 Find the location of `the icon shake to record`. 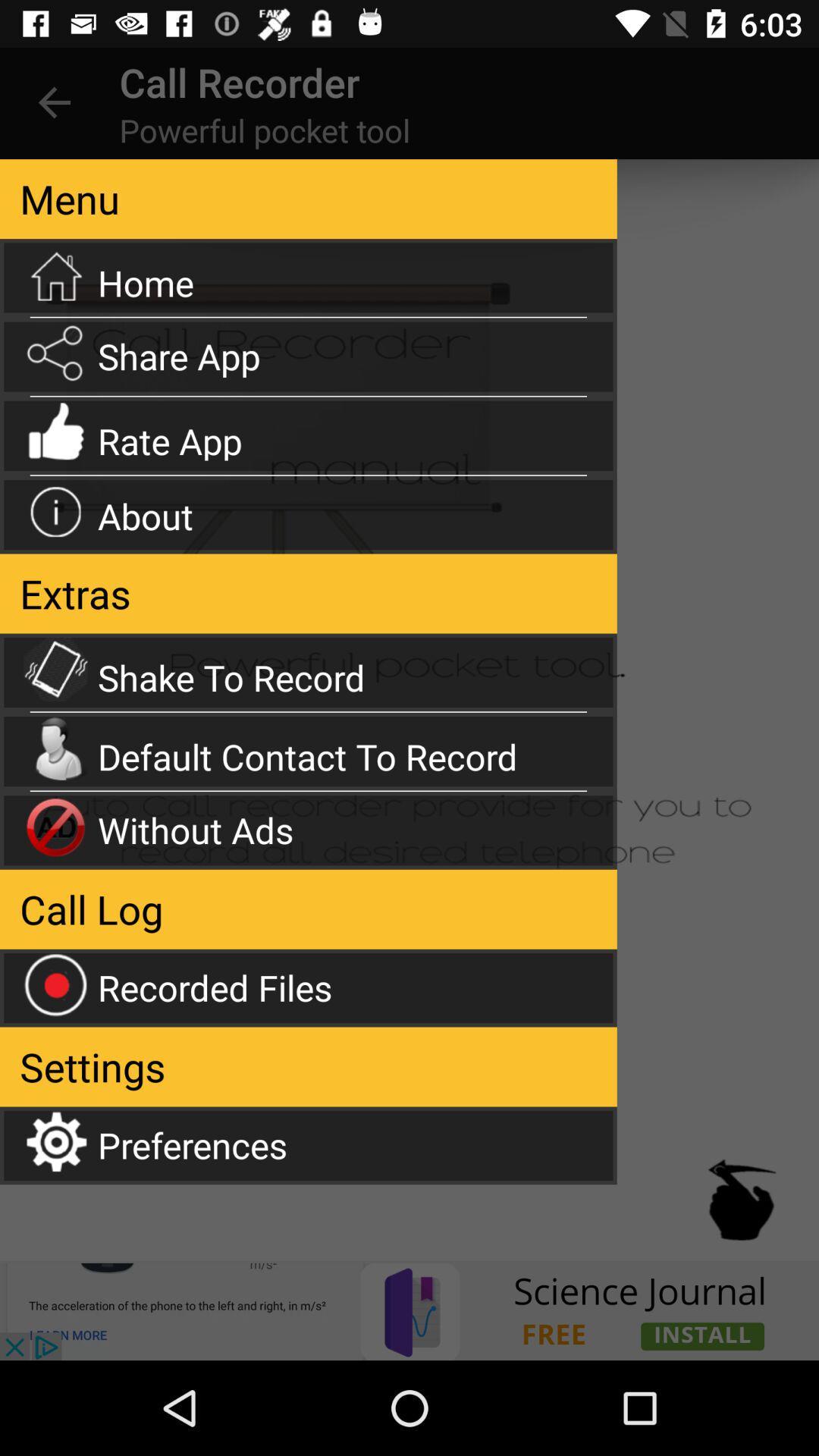

the icon shake to record is located at coordinates (55, 669).